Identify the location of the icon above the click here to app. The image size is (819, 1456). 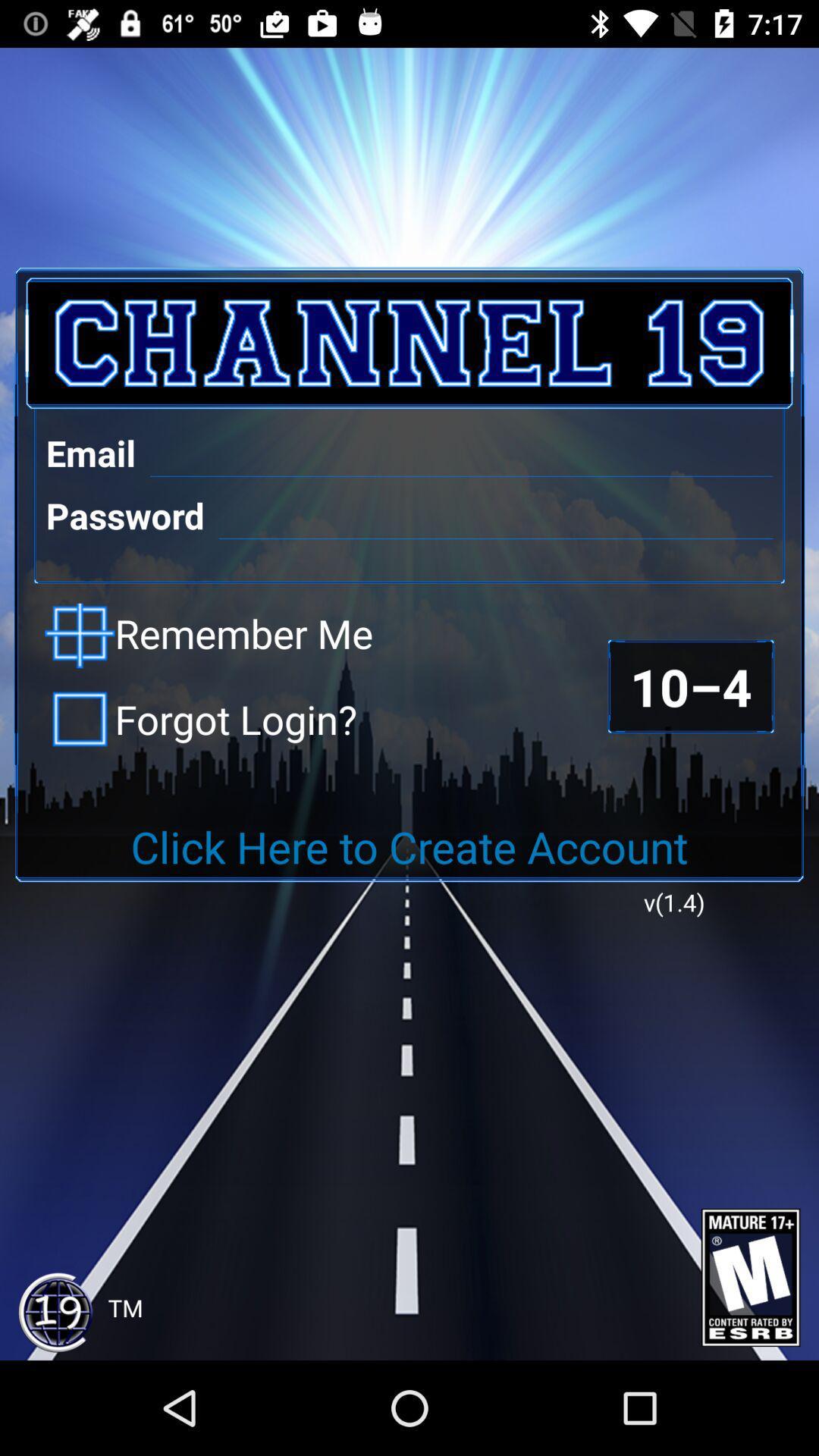
(200, 718).